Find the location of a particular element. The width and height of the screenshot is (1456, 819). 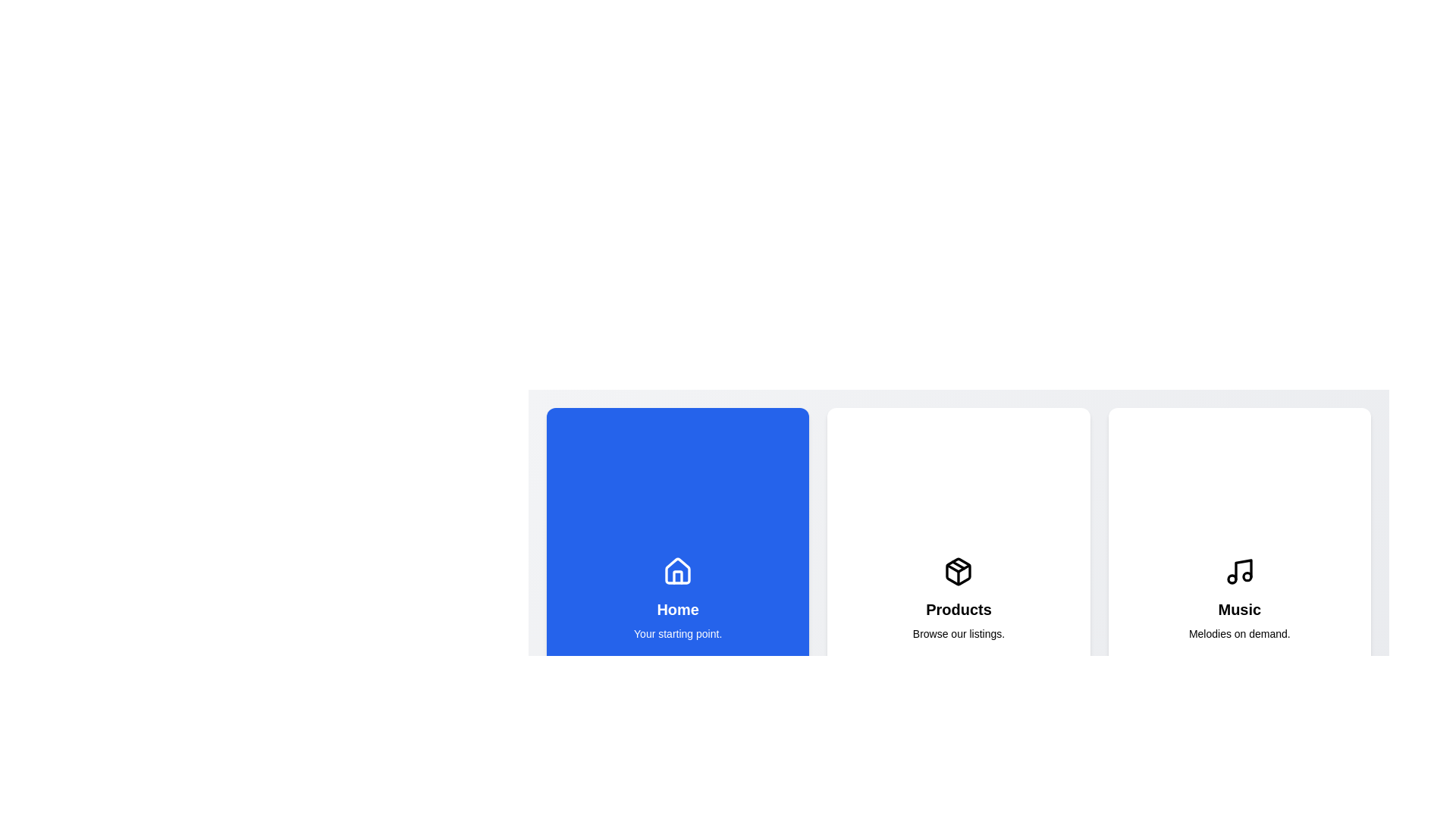

the section labeled Products to observe its visual changes is located at coordinates (957, 598).